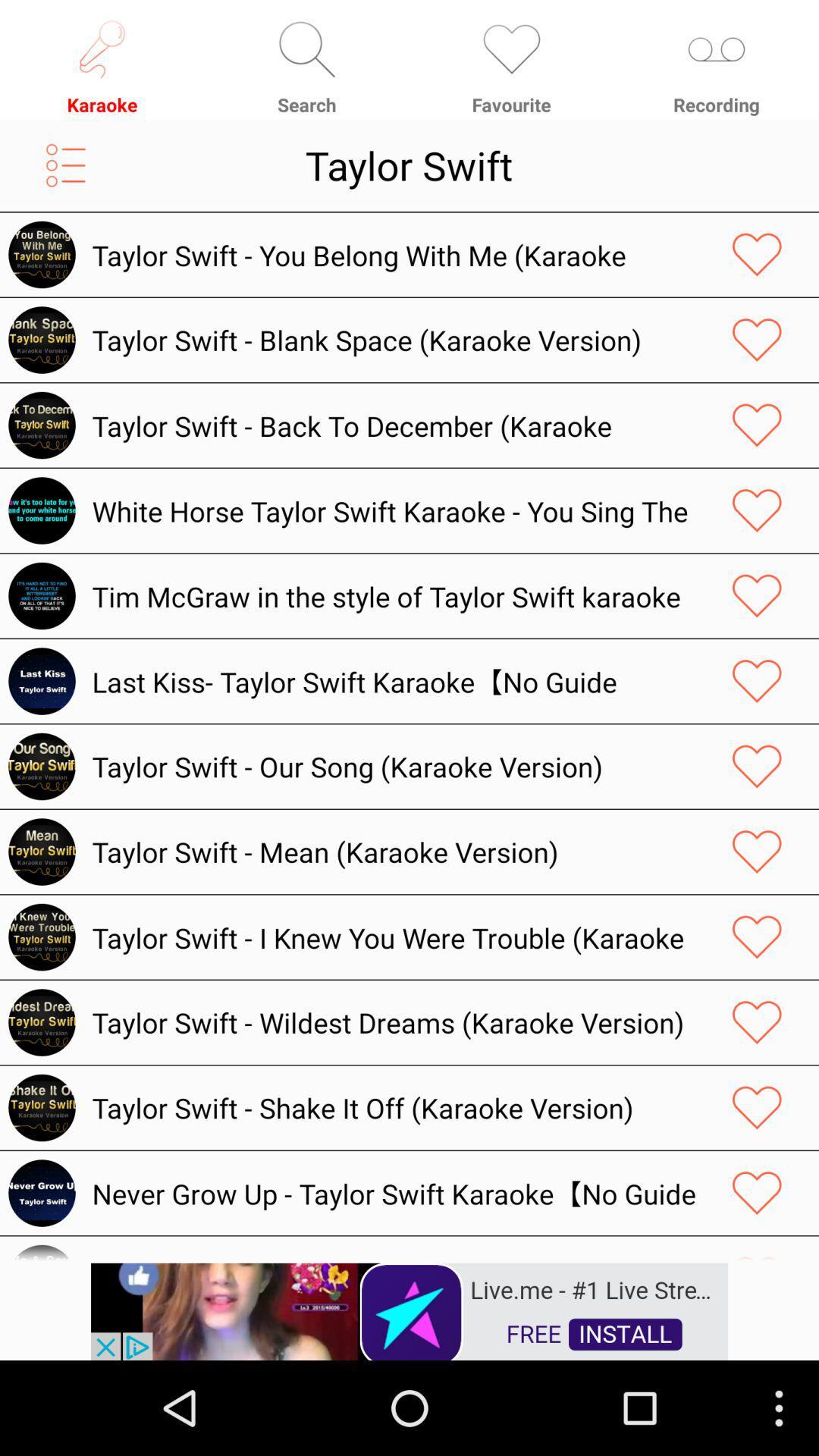 The height and width of the screenshot is (1456, 819). What do you see at coordinates (757, 425) in the screenshot?
I see `heart this track` at bounding box center [757, 425].